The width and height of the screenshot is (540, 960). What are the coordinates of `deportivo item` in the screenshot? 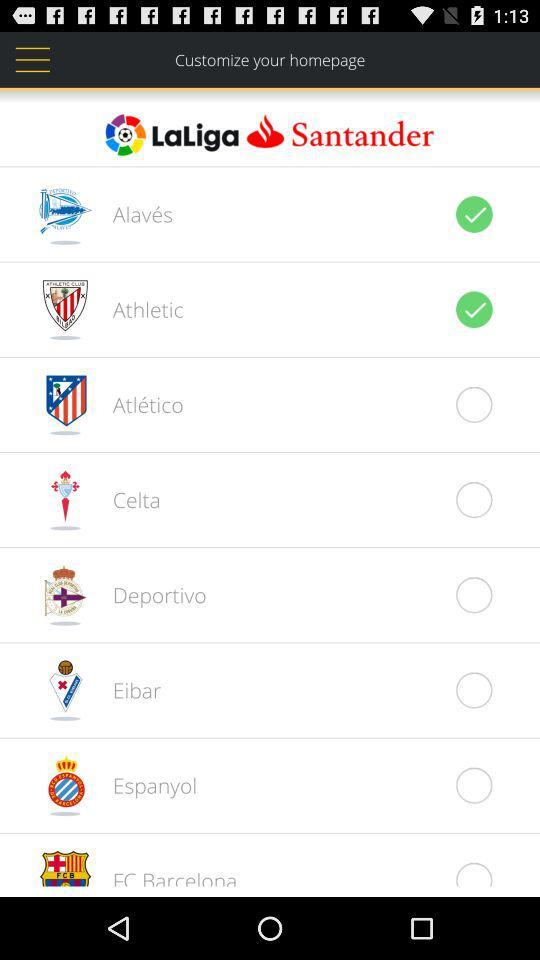 It's located at (148, 594).